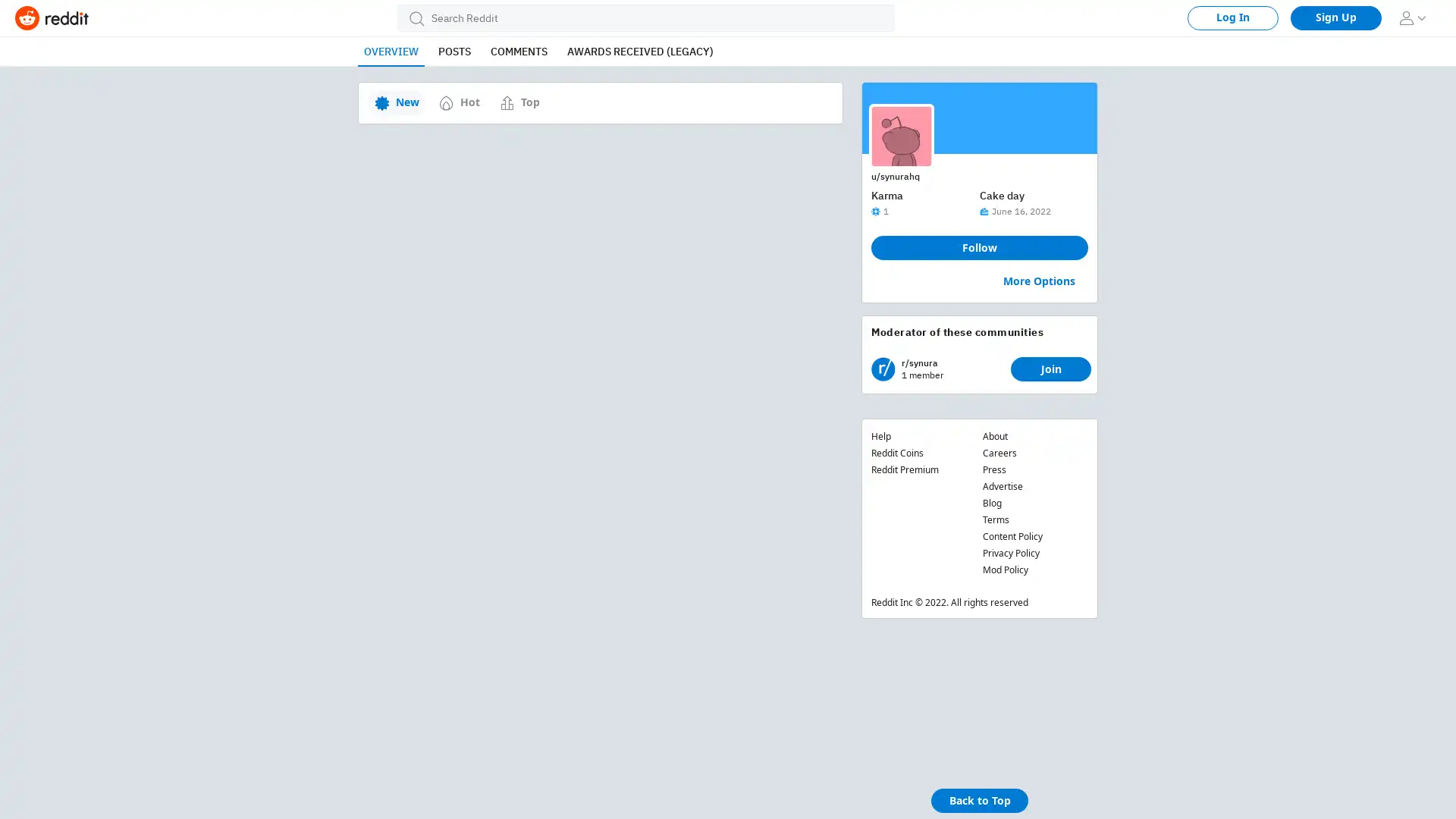  Describe the element at coordinates (1038, 281) in the screenshot. I see `More Options` at that location.